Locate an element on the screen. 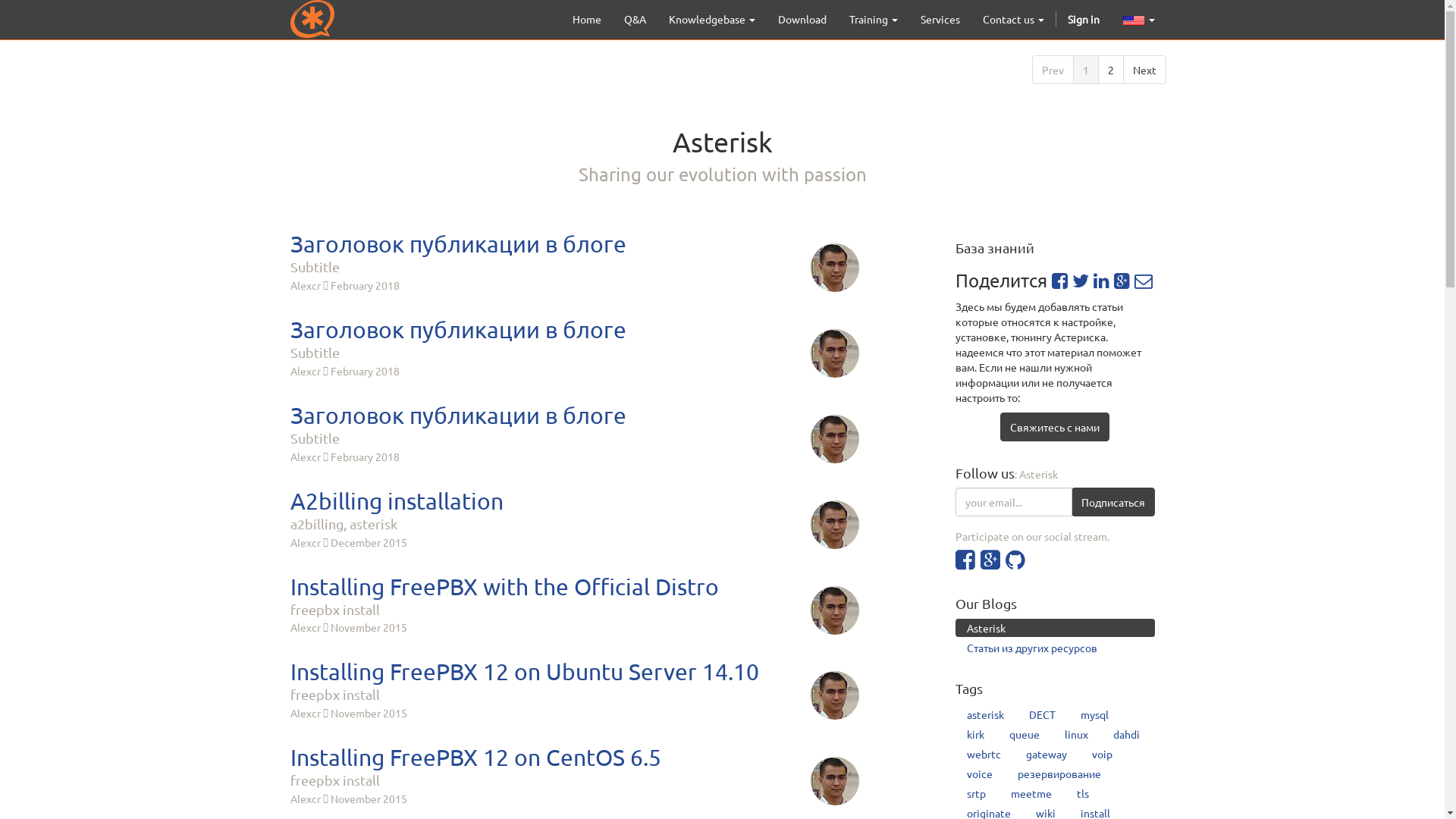  'English' is located at coordinates (1133, 20).